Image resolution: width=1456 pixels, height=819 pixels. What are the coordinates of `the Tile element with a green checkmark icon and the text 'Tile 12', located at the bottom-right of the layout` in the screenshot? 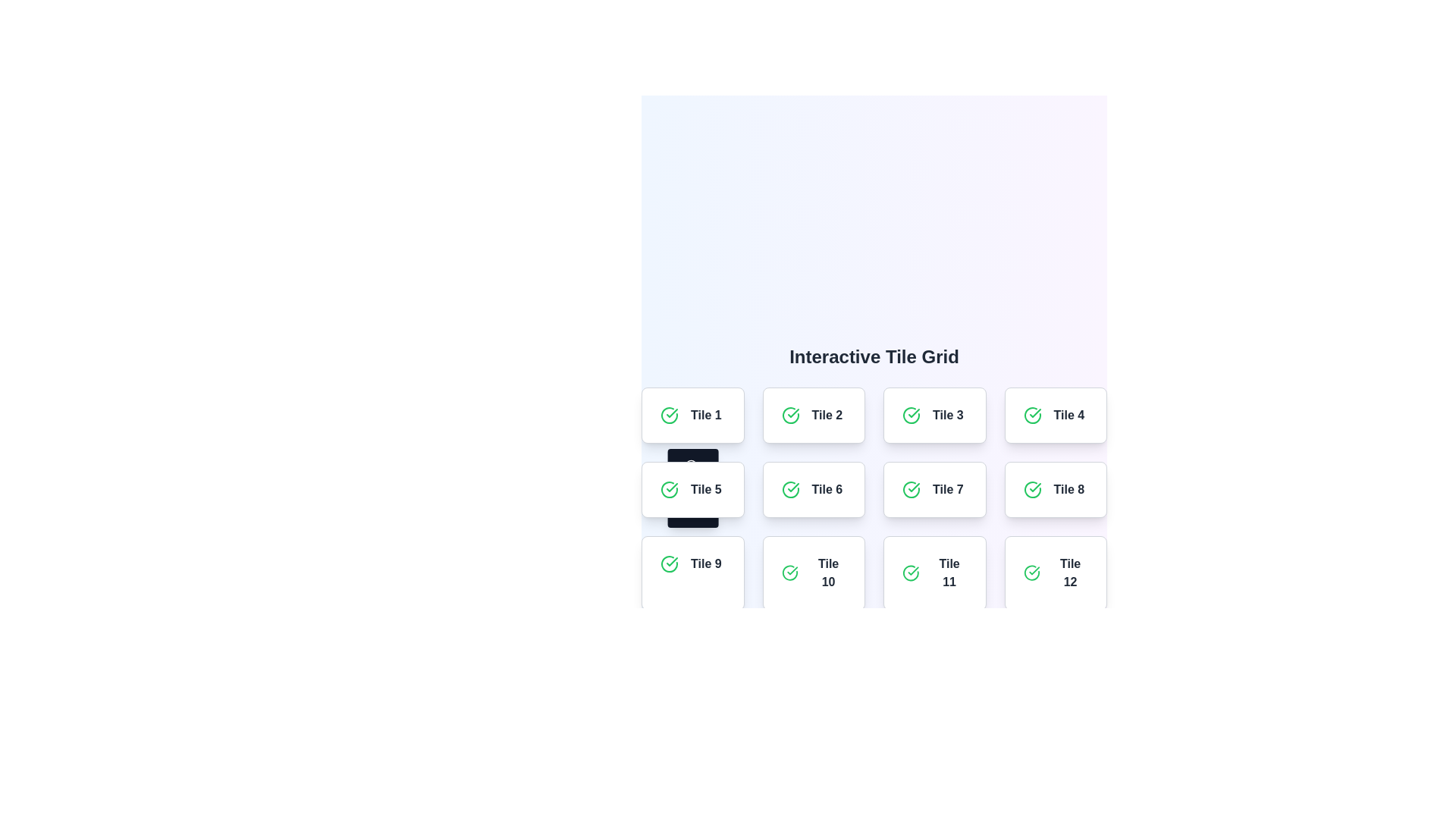 It's located at (1055, 573).